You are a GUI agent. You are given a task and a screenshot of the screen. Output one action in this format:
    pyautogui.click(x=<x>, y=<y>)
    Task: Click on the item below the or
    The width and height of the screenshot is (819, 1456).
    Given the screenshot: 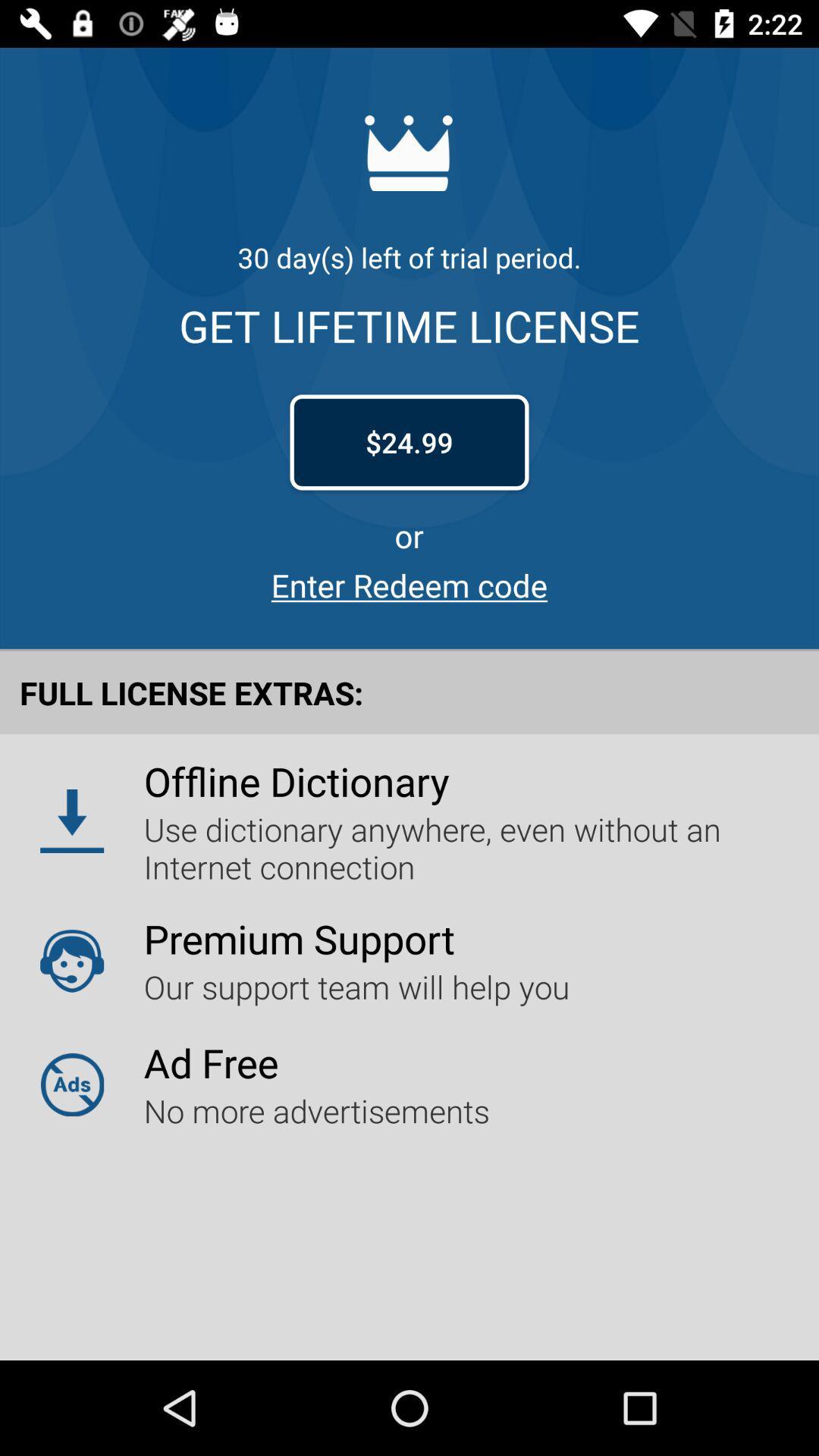 What is the action you would take?
    pyautogui.click(x=409, y=584)
    